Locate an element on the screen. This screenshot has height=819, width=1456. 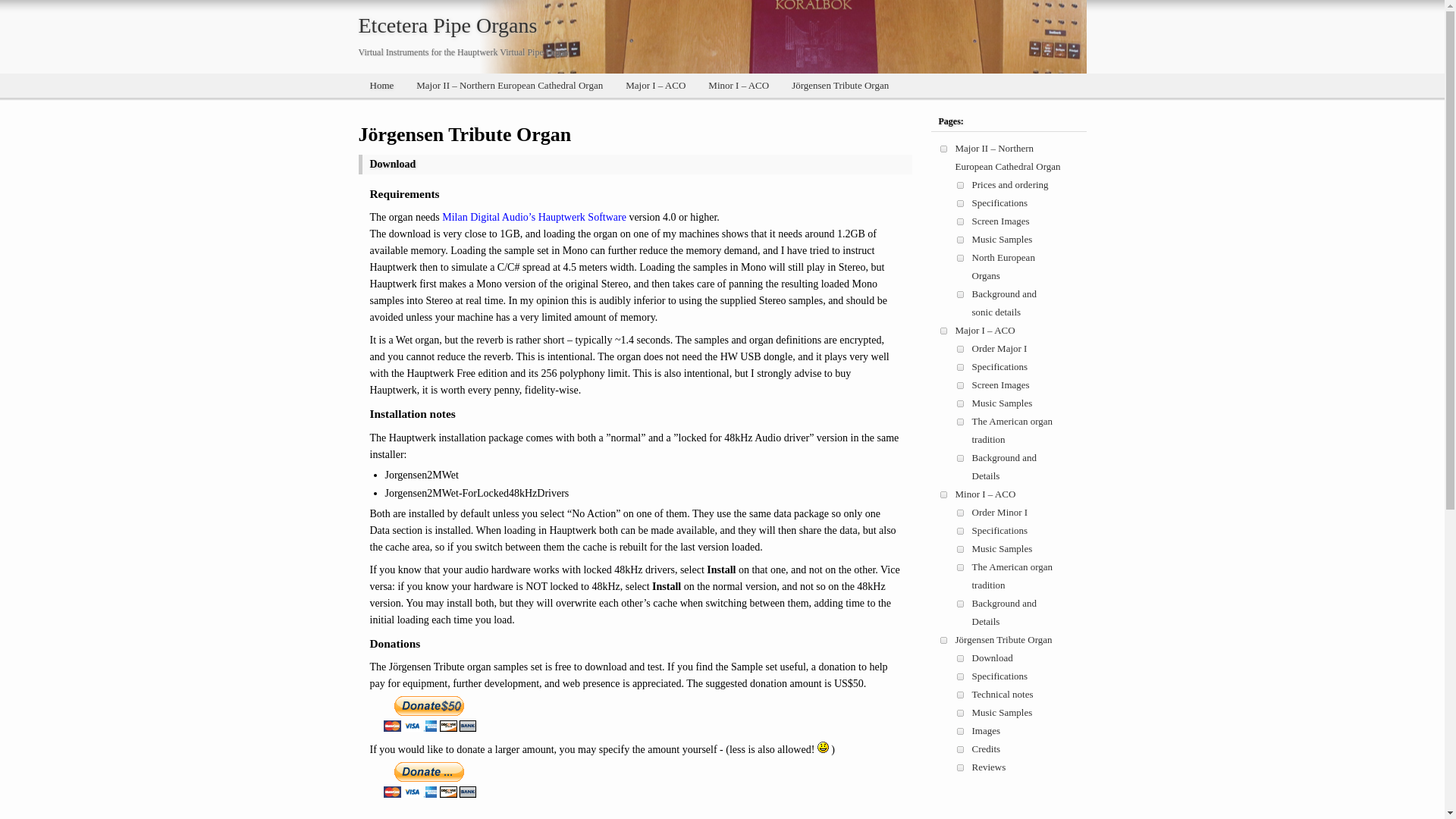
'Background and Details' is located at coordinates (1004, 611).